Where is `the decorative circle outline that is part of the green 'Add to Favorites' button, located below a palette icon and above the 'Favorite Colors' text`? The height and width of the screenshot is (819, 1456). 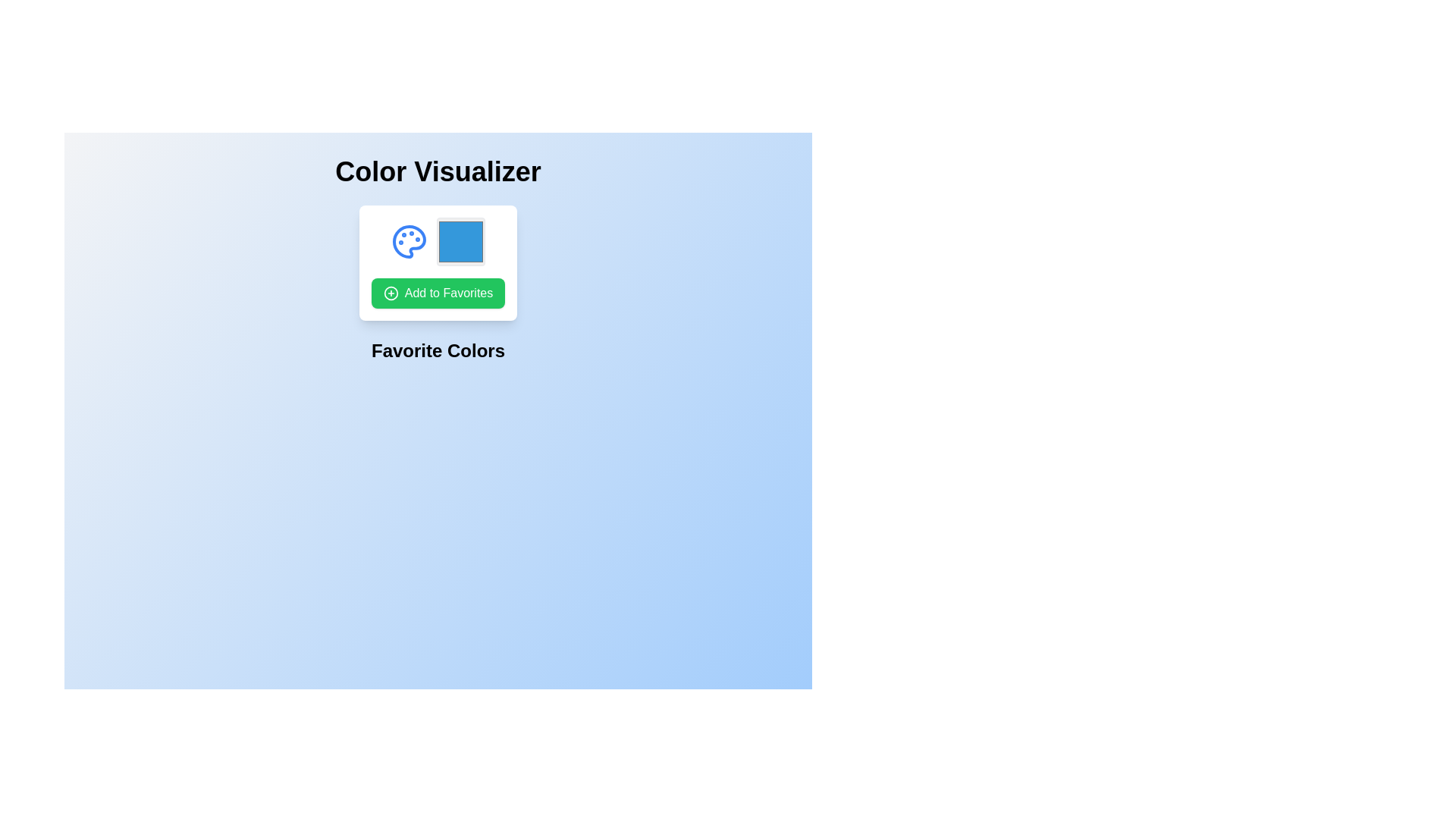
the decorative circle outline that is part of the green 'Add to Favorites' button, located below a palette icon and above the 'Favorite Colors' text is located at coordinates (391, 293).